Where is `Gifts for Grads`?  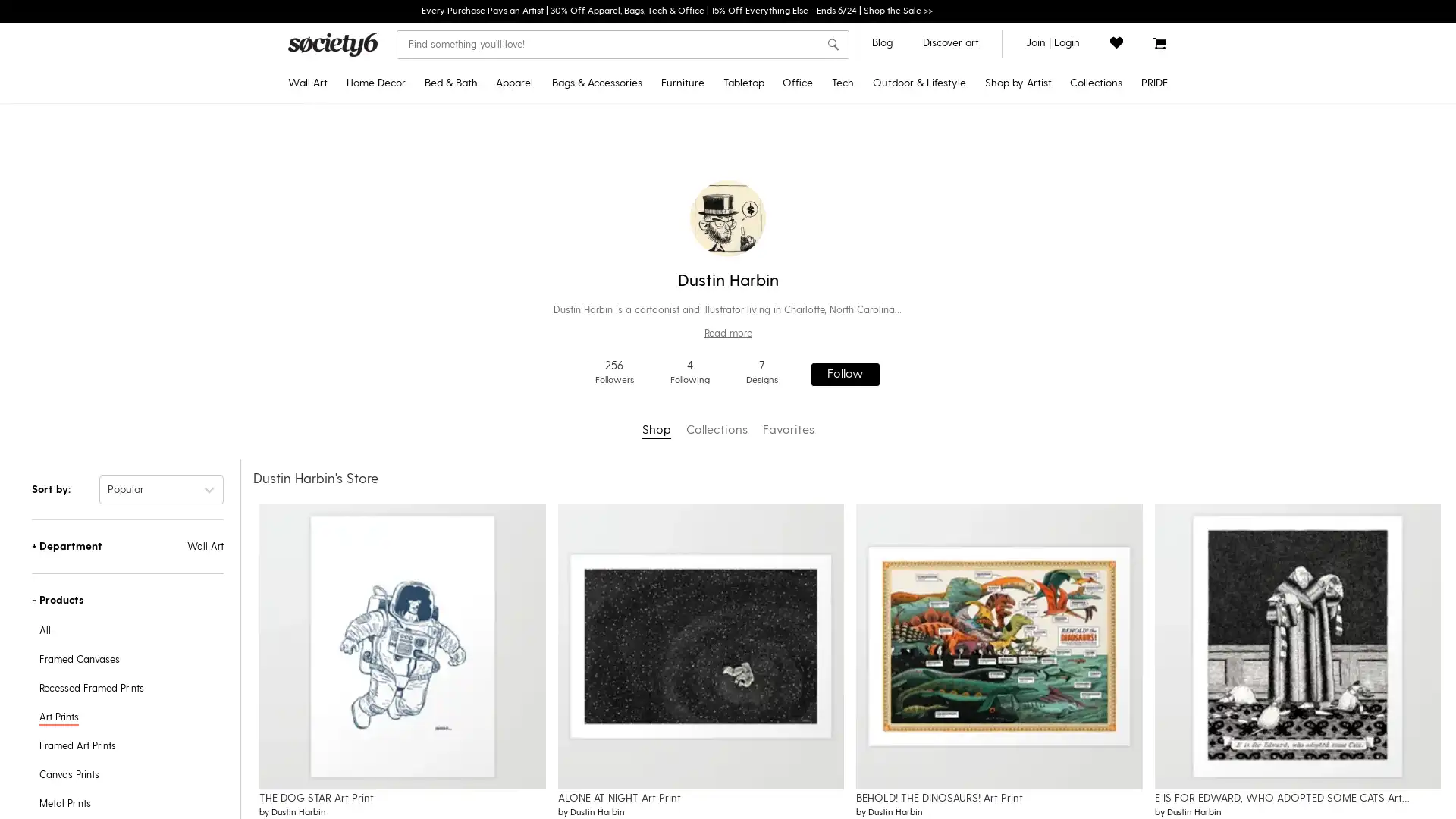 Gifts for Grads is located at coordinates (1040, 146).